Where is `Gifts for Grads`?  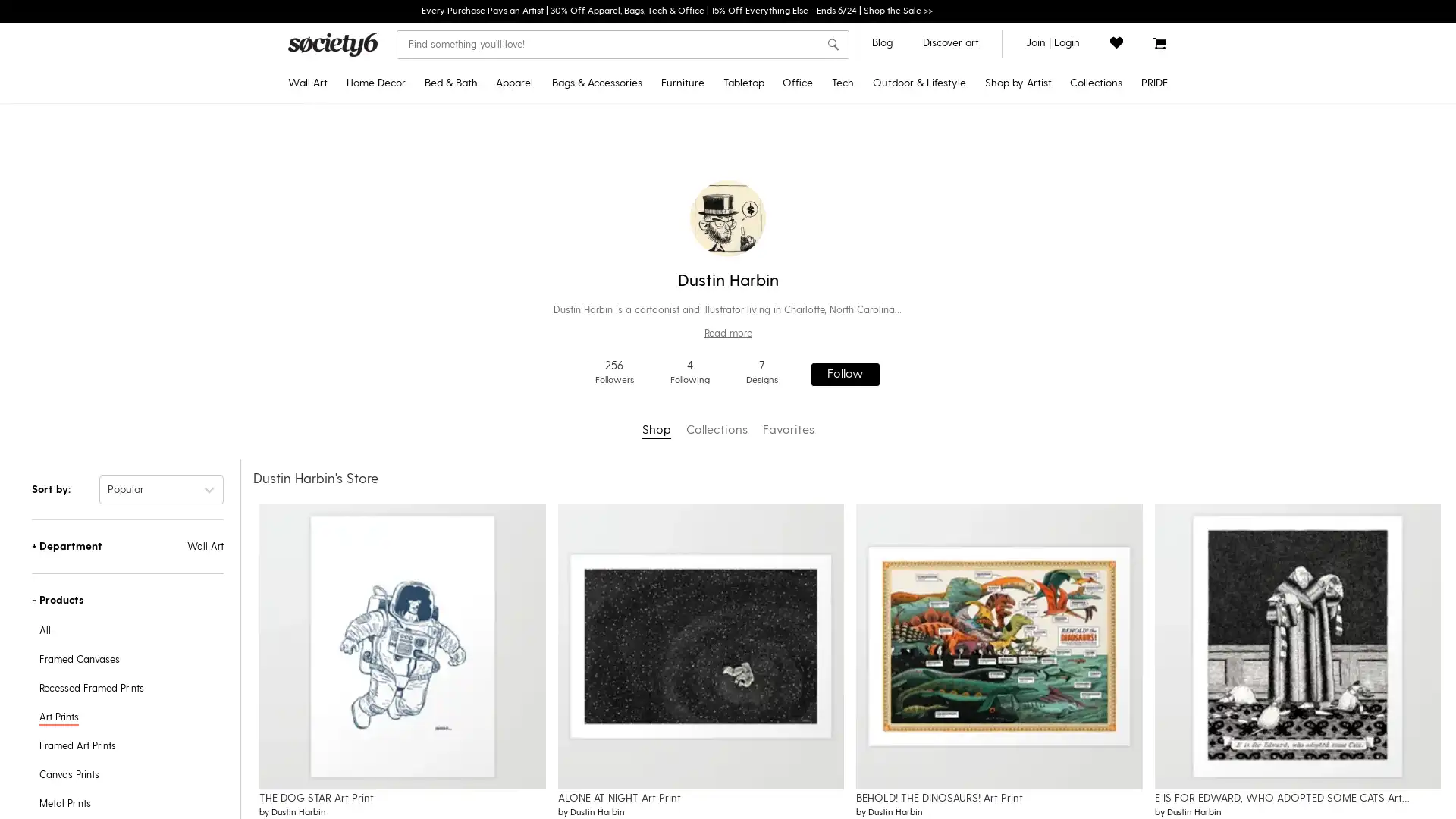 Gifts for Grads is located at coordinates (1040, 146).